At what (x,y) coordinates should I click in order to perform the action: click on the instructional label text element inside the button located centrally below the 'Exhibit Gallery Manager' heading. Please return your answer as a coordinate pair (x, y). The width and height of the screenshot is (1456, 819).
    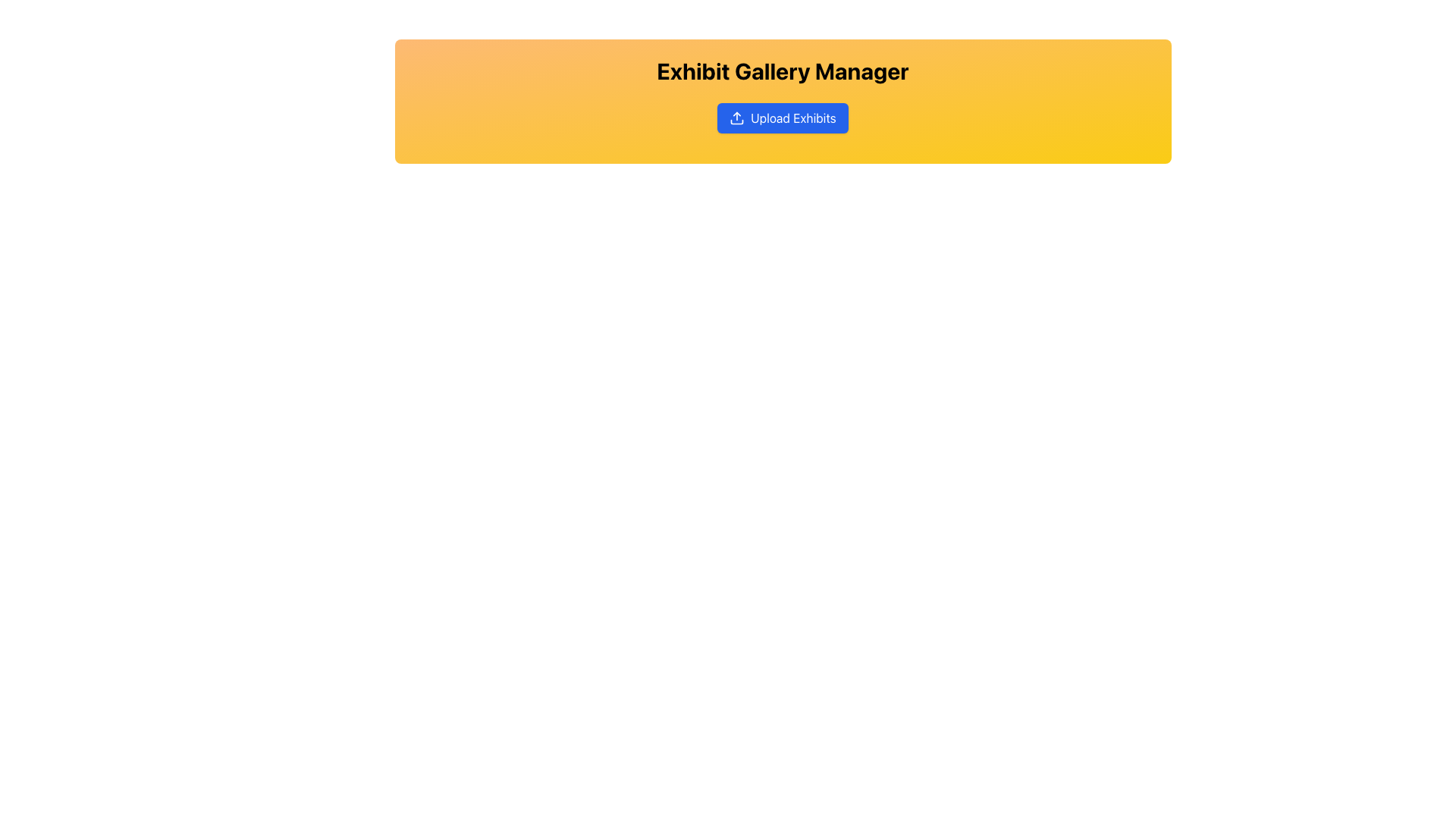
    Looking at the image, I should click on (792, 117).